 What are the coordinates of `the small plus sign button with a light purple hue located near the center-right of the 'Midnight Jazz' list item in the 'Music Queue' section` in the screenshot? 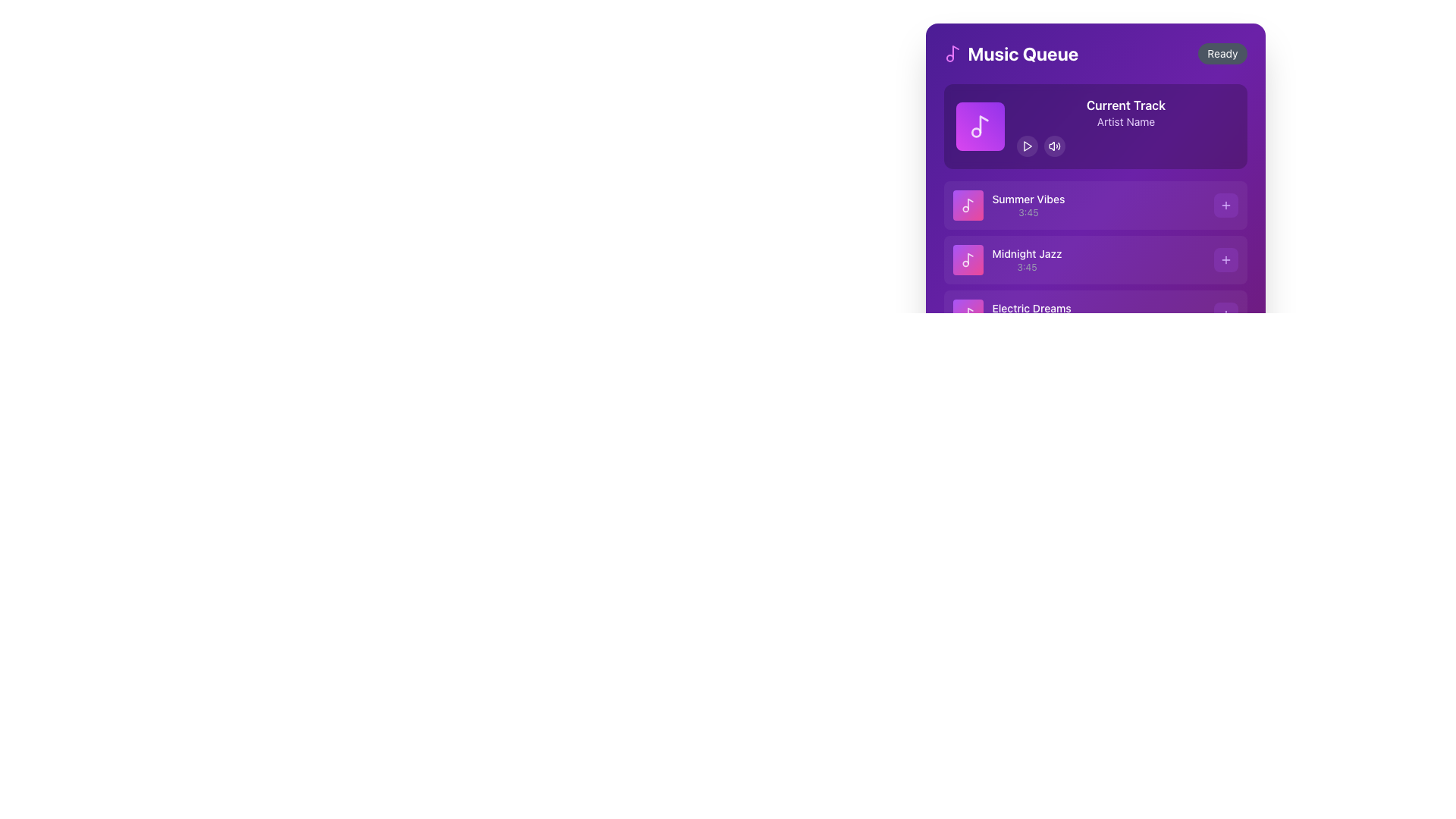 It's located at (1225, 259).